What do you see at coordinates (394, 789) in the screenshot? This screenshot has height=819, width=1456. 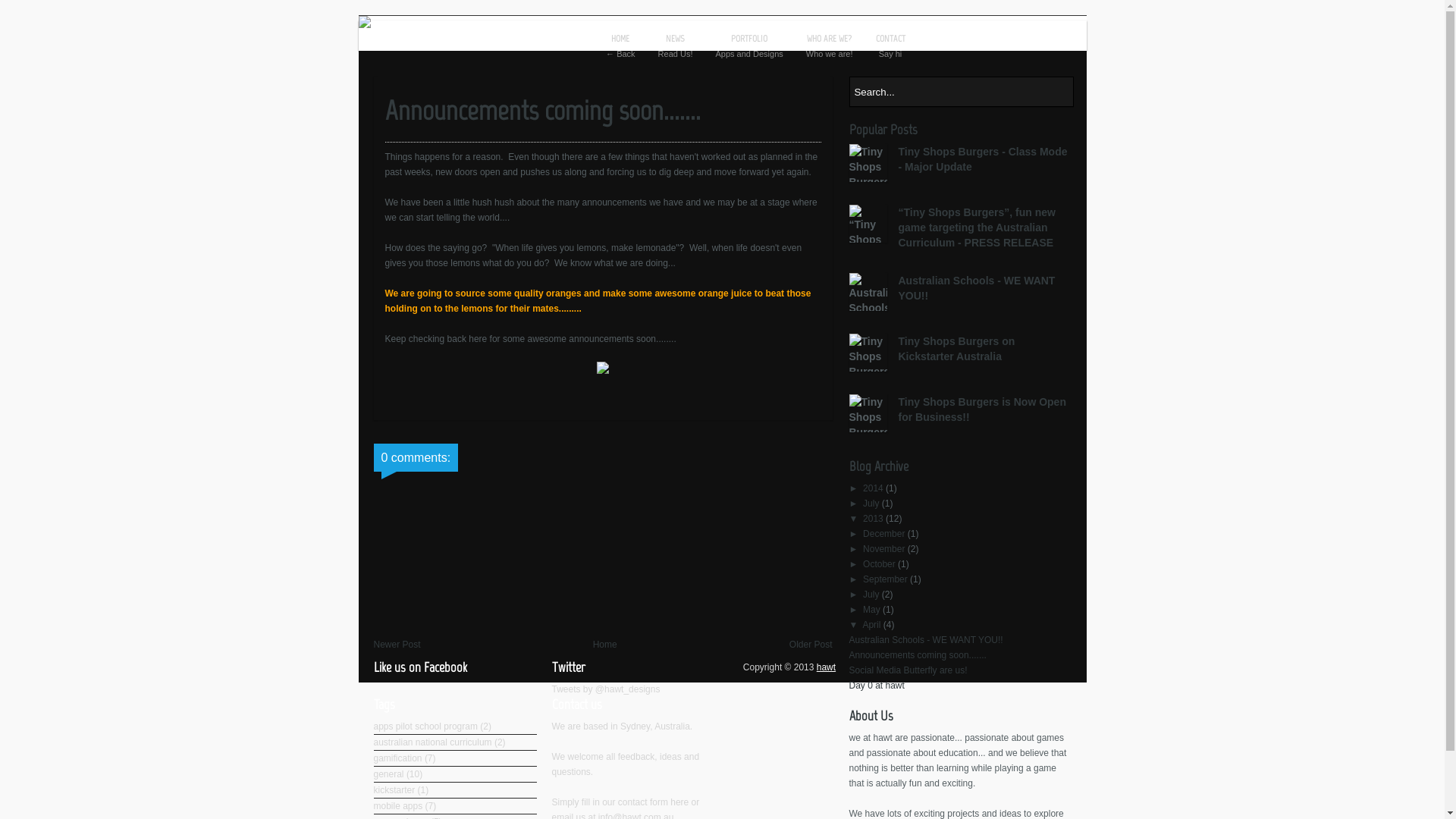 I see `'kickstarter'` at bounding box center [394, 789].